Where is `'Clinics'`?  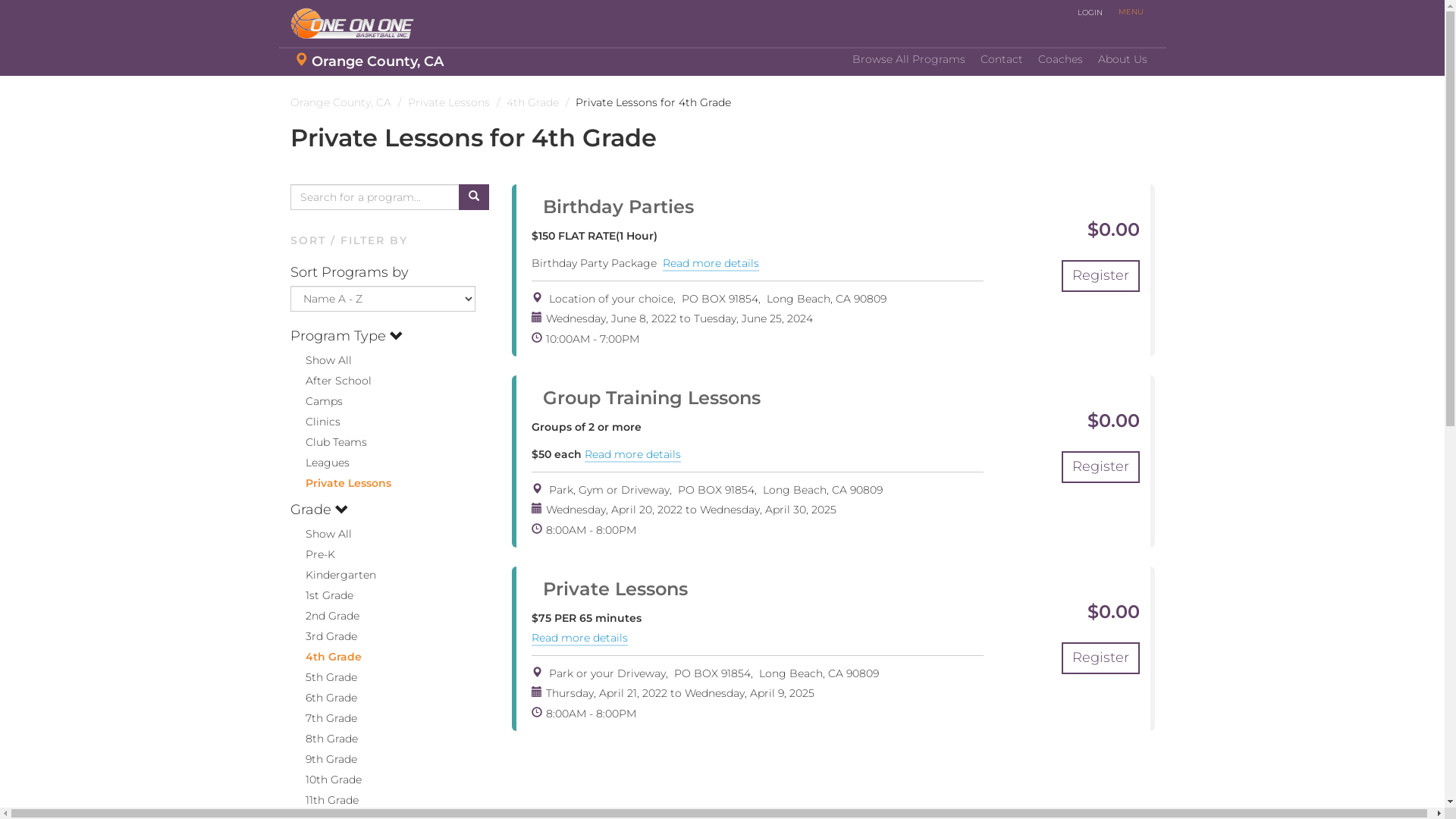 'Clinics' is located at coordinates (313, 421).